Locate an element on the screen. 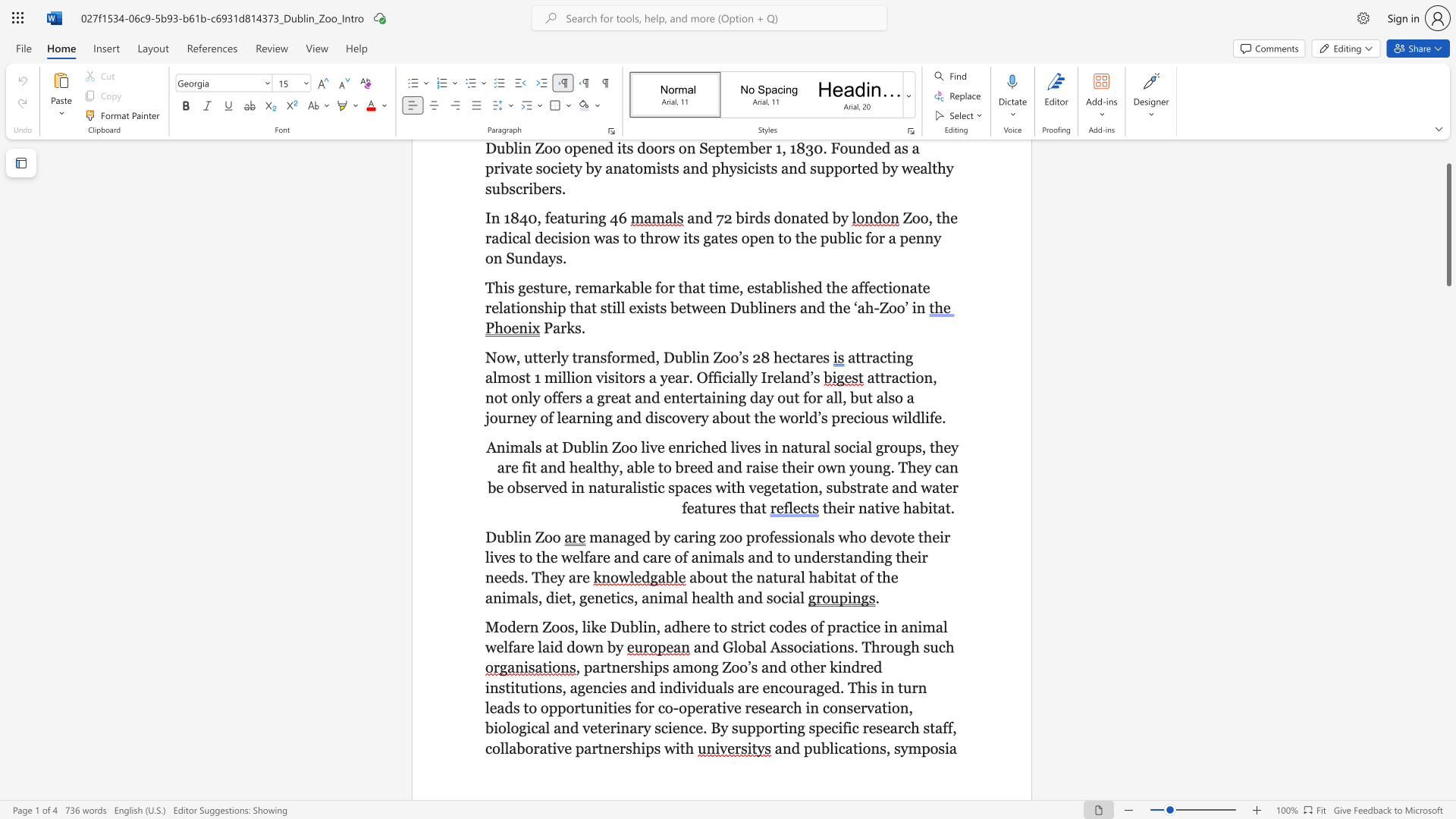 This screenshot has width=1456, height=819. the subset text "r. Officia" within the text "attracting almost 1 million visitors a year. Officially Ireland’s" is located at coordinates (682, 376).